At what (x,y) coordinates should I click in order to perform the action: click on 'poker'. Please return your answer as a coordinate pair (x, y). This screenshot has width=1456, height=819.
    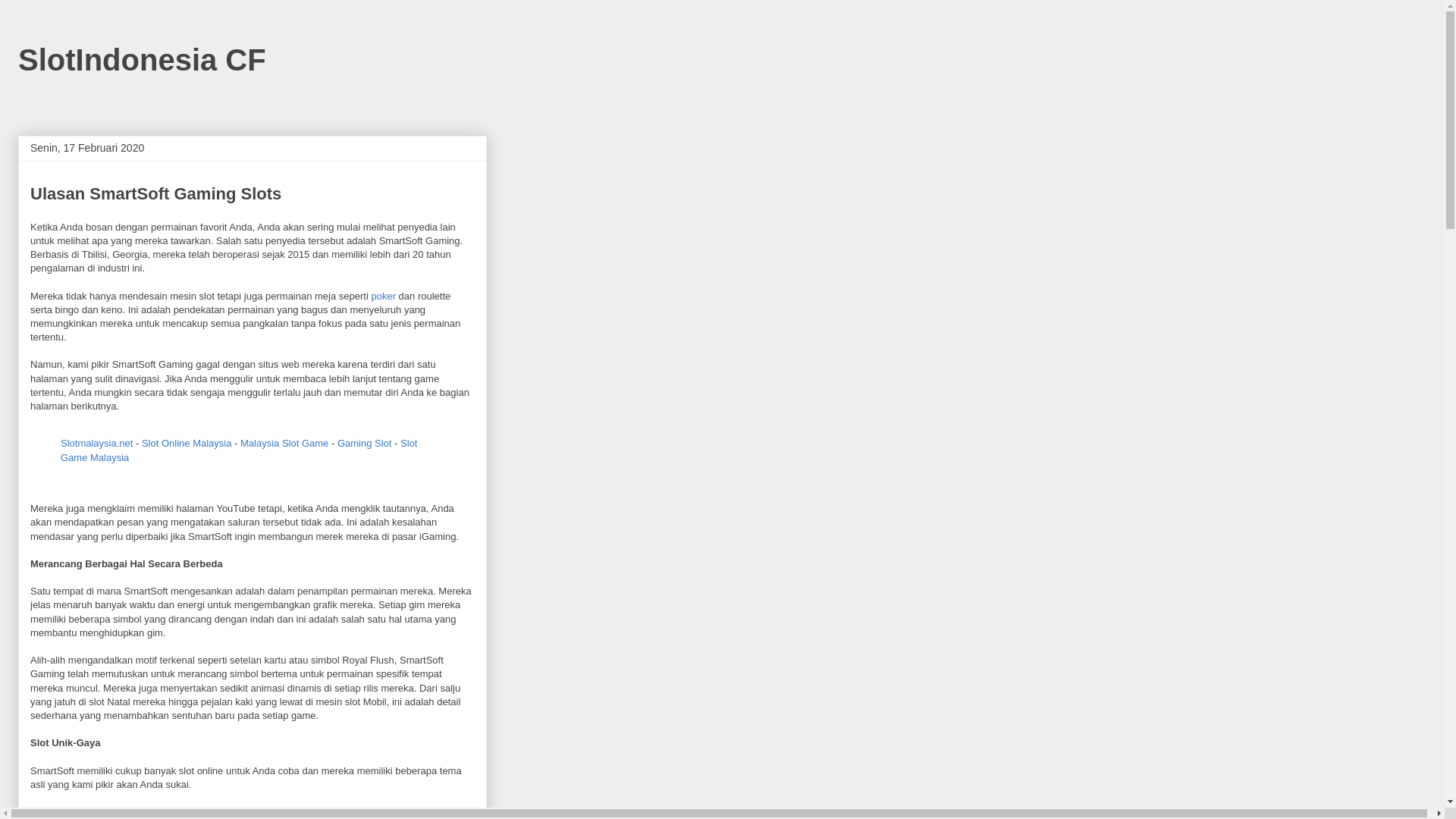
    Looking at the image, I should click on (383, 296).